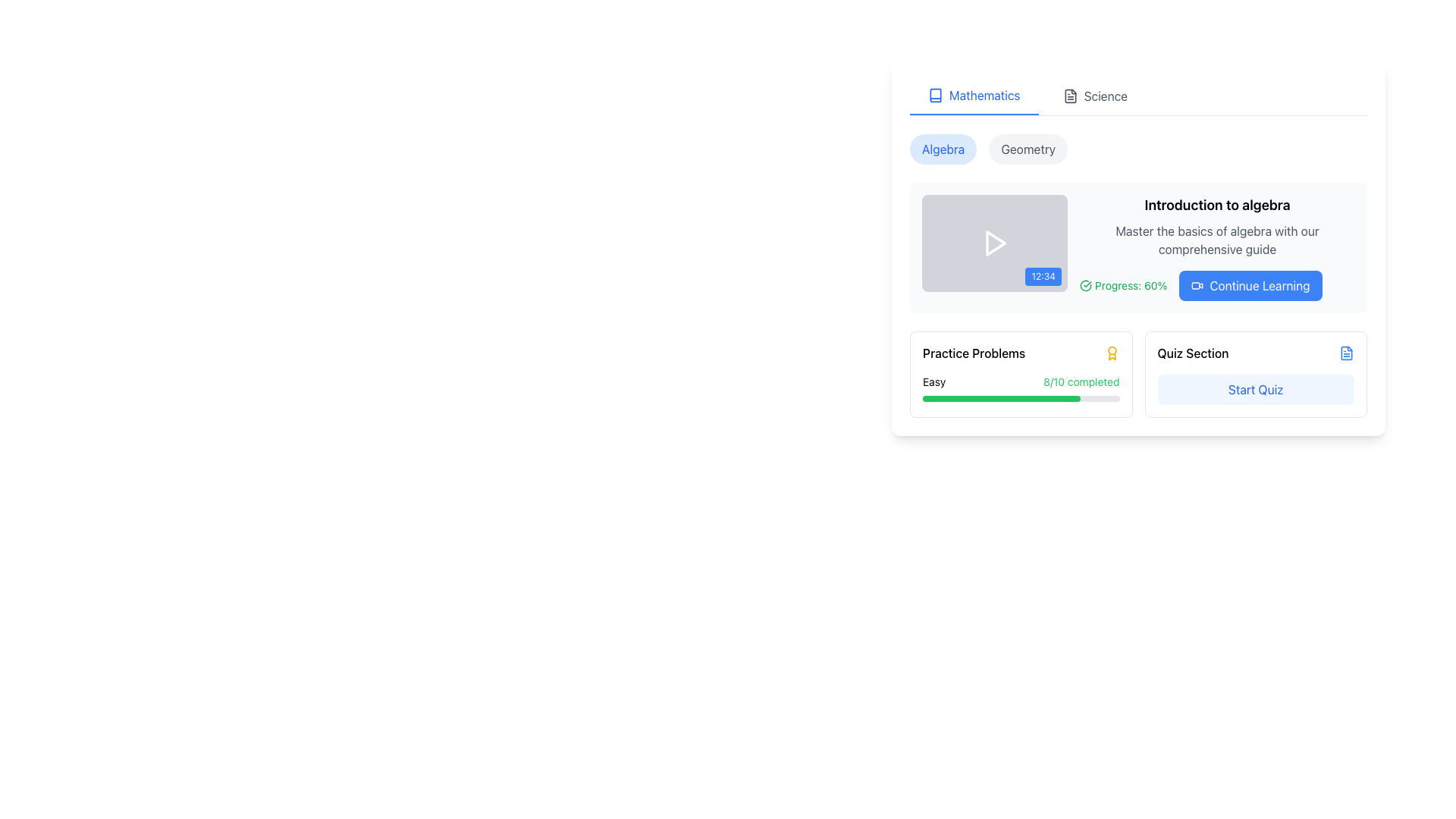 Image resolution: width=1456 pixels, height=819 pixels. I want to click on progress bar located within the 'Practice Problems' section, which is uniquely identifiable by its gray background and green progress indicator reflecting 80% completion, so click(1021, 397).